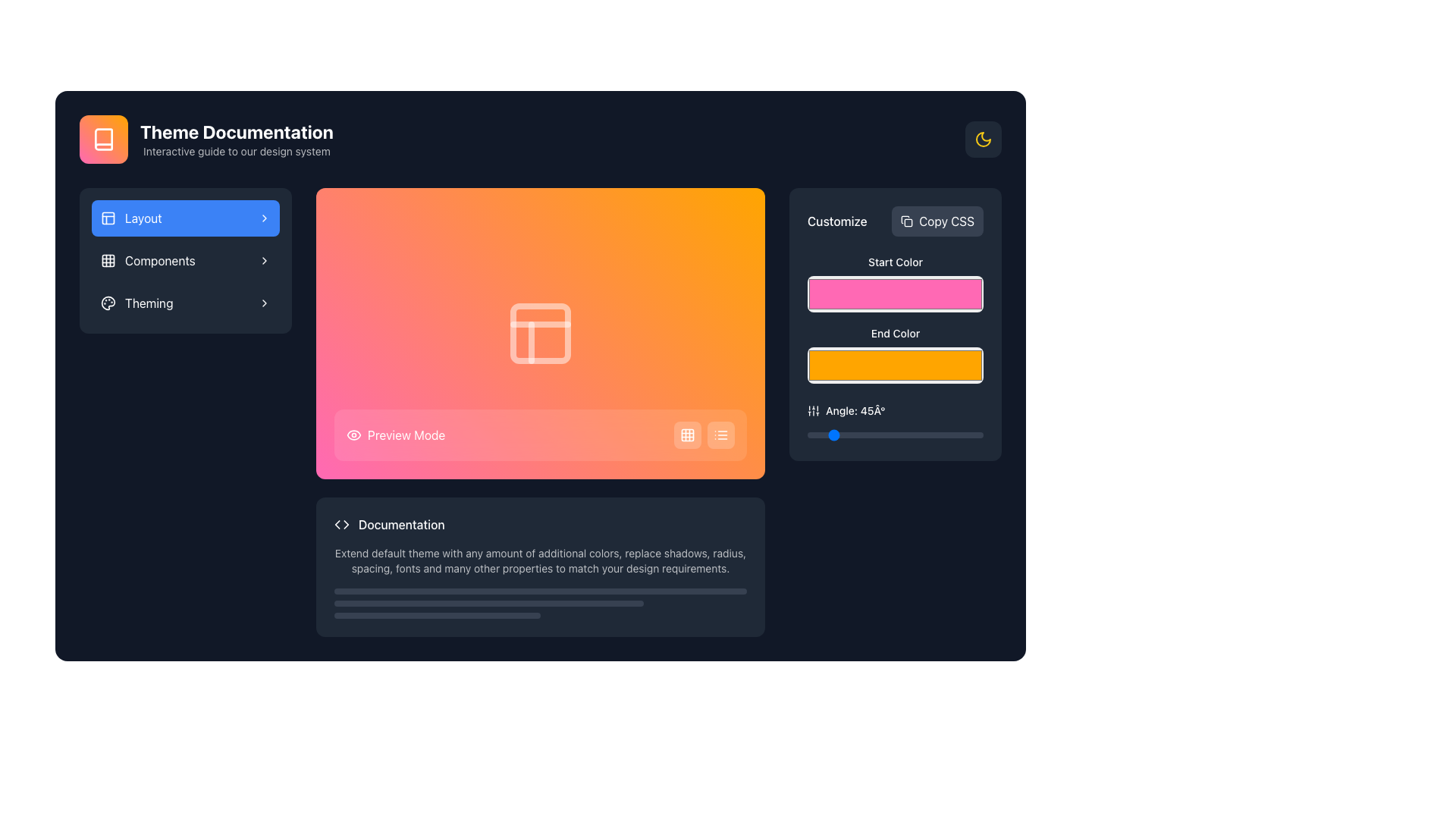 The image size is (1456, 819). I want to click on the 'Copy CSS' text label, which is displayed in a white sans-serif font within a dark gray button-like area in the top-right section of the interface, so click(946, 221).